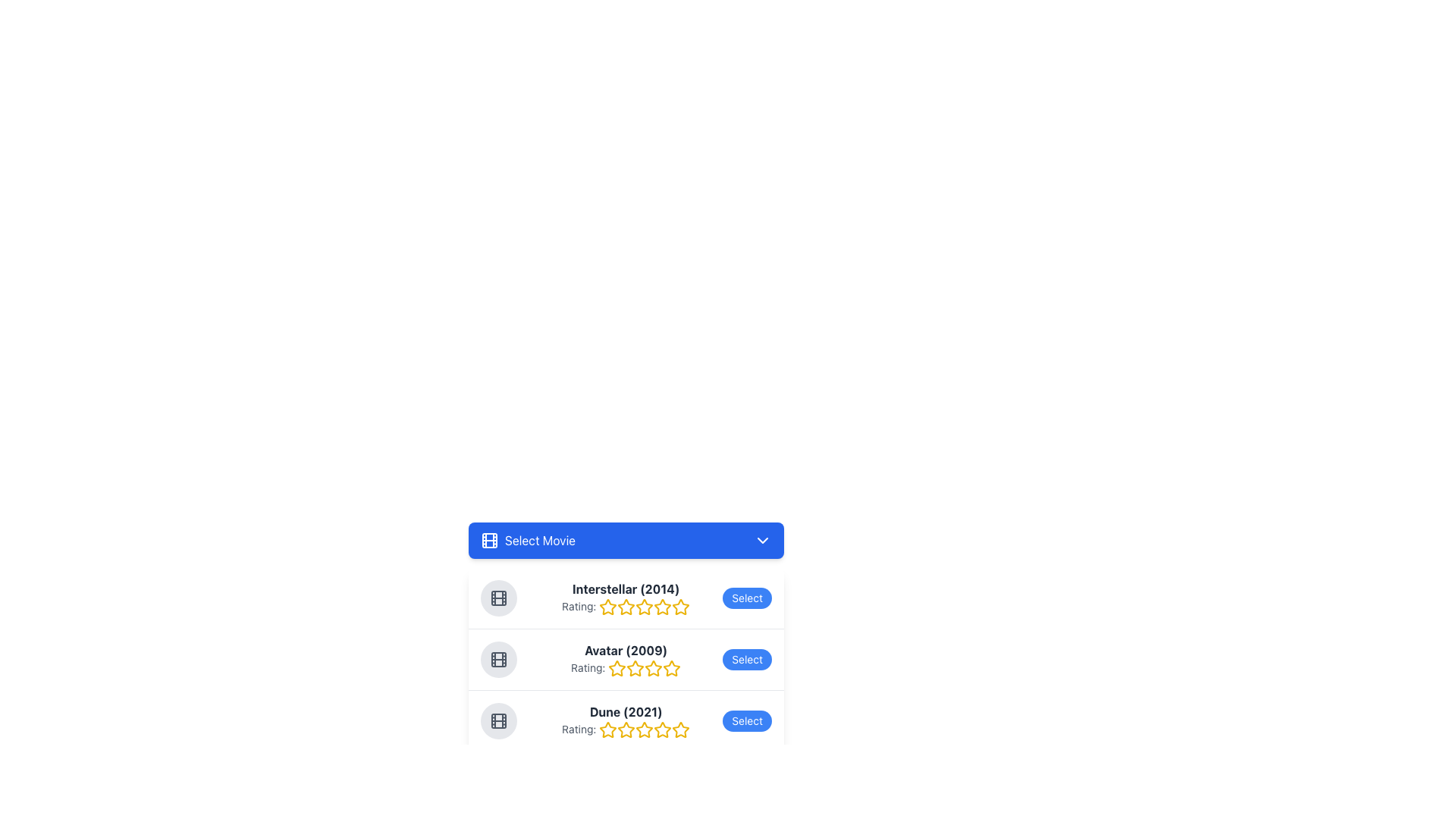 The height and width of the screenshot is (819, 1456). What do you see at coordinates (635, 668) in the screenshot?
I see `the third star icon in the rating interface for the movie Avatar (2009)` at bounding box center [635, 668].